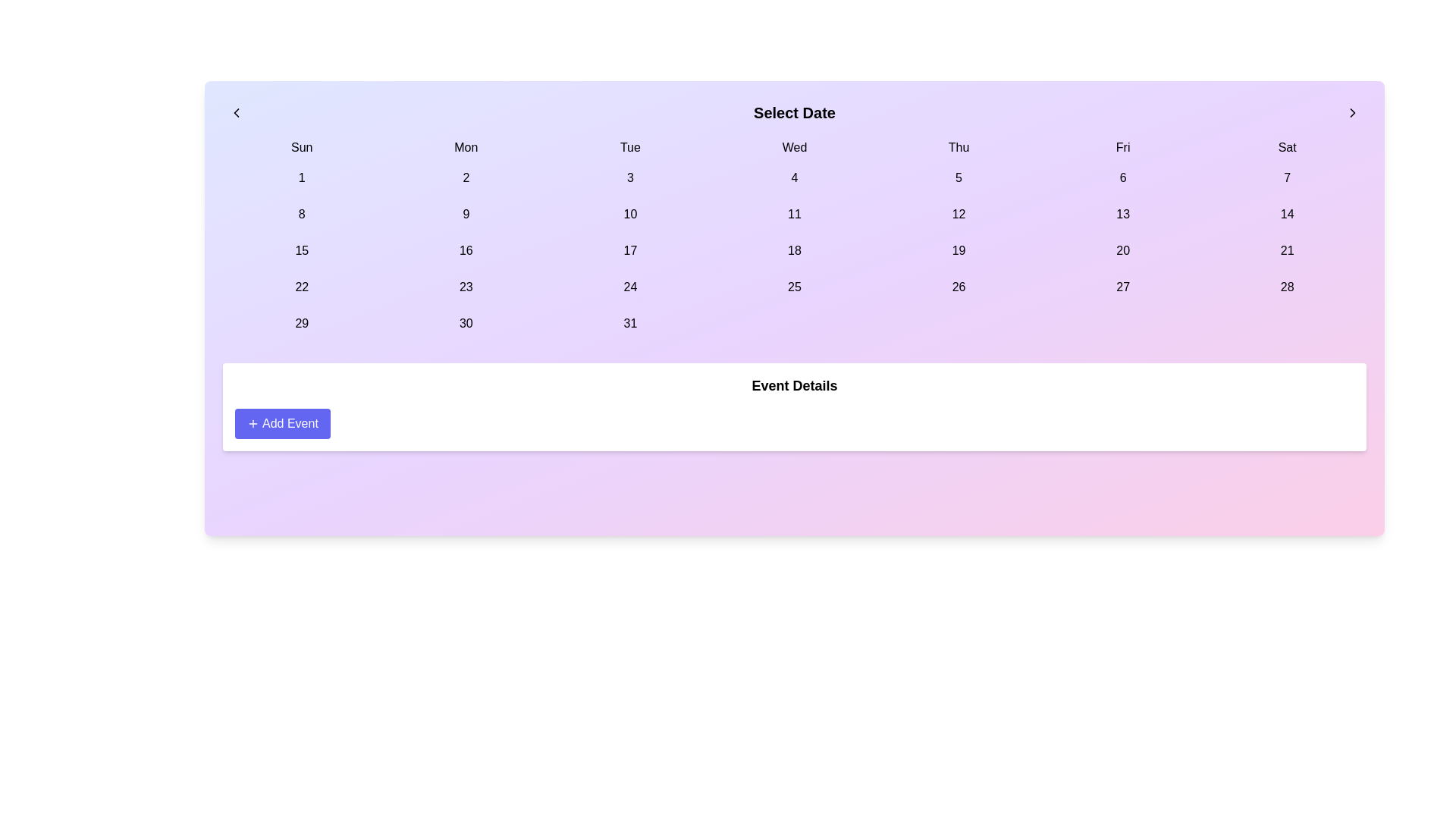  I want to click on the button with a purple background and the number '5' in black, so click(958, 177).